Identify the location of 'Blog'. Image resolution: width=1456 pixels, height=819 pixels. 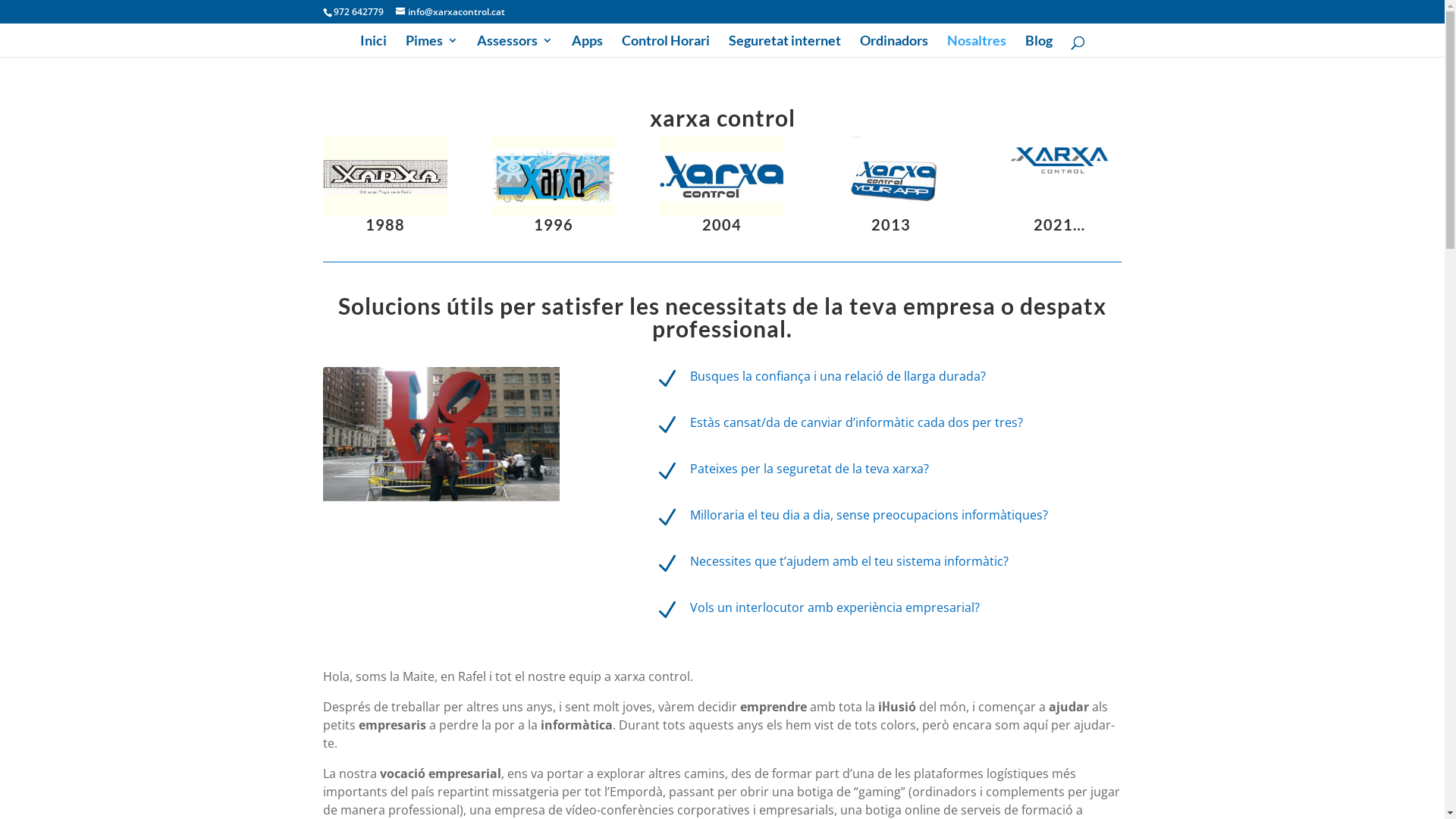
(1025, 45).